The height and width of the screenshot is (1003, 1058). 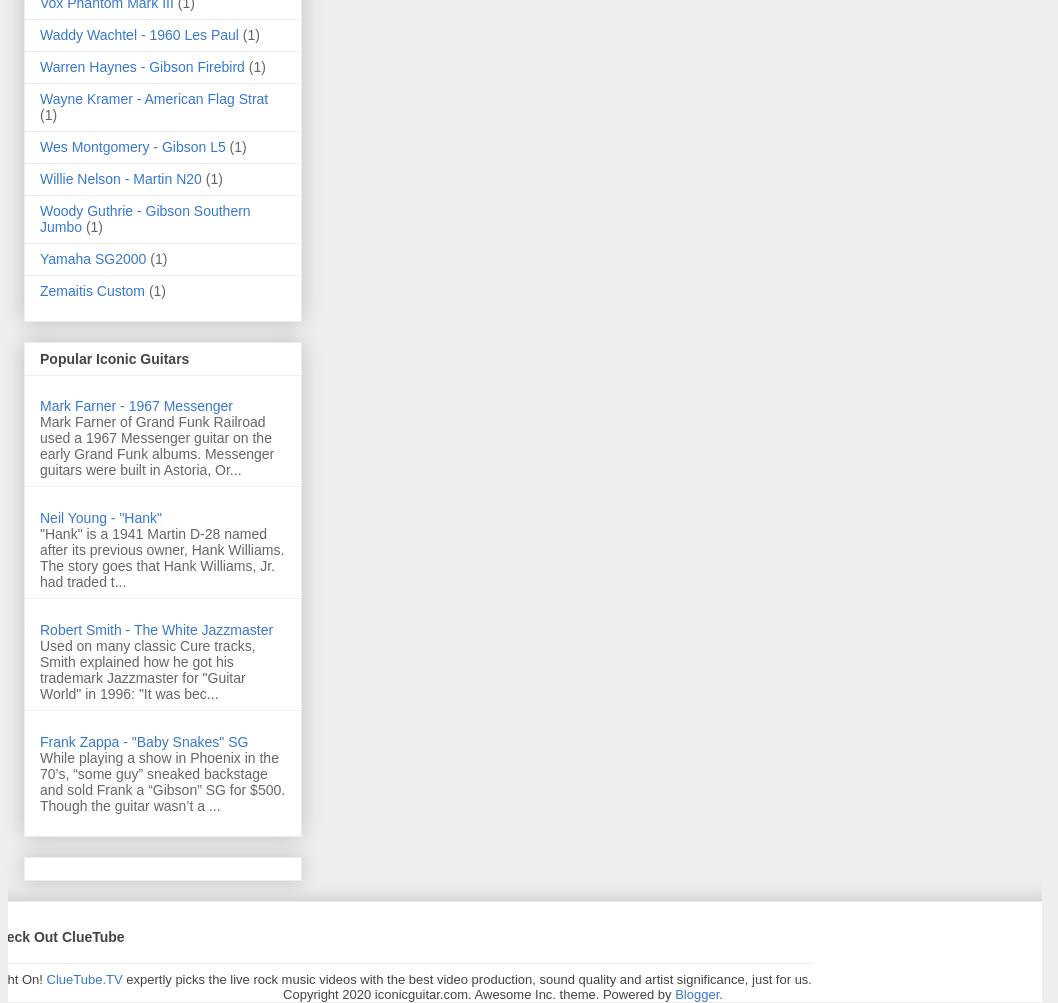 What do you see at coordinates (146, 669) in the screenshot?
I see `'Used on many classic Cure tracks, Smith explained how he got his trademark Jazzmaster for "Guitar World" in 1996: "It was bec...'` at bounding box center [146, 669].